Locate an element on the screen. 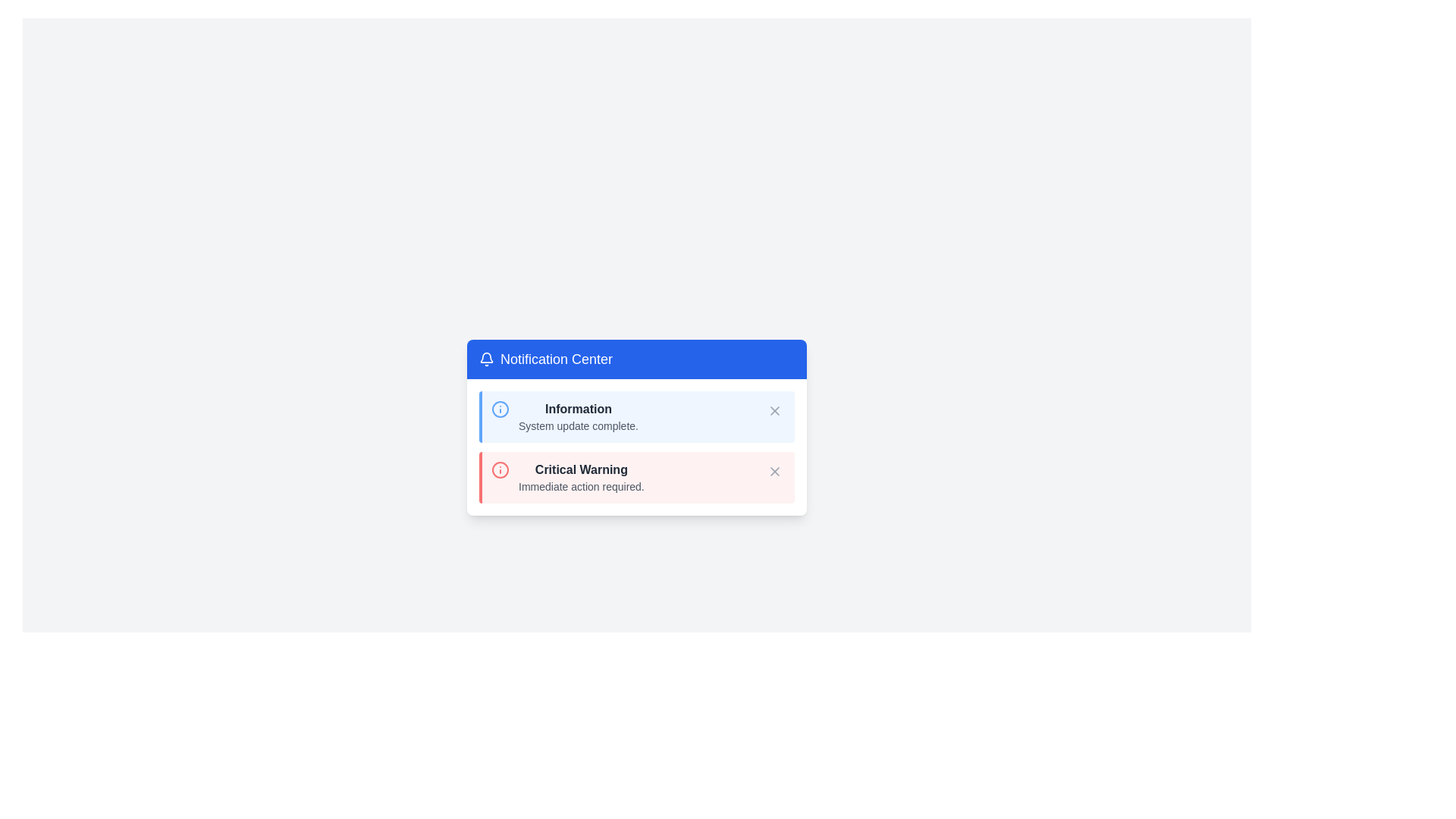 The width and height of the screenshot is (1456, 819). the Notification card with the title 'Notification Center', which is centered in the viewport and contains a blue notification block labeled 'Information' is located at coordinates (637, 427).